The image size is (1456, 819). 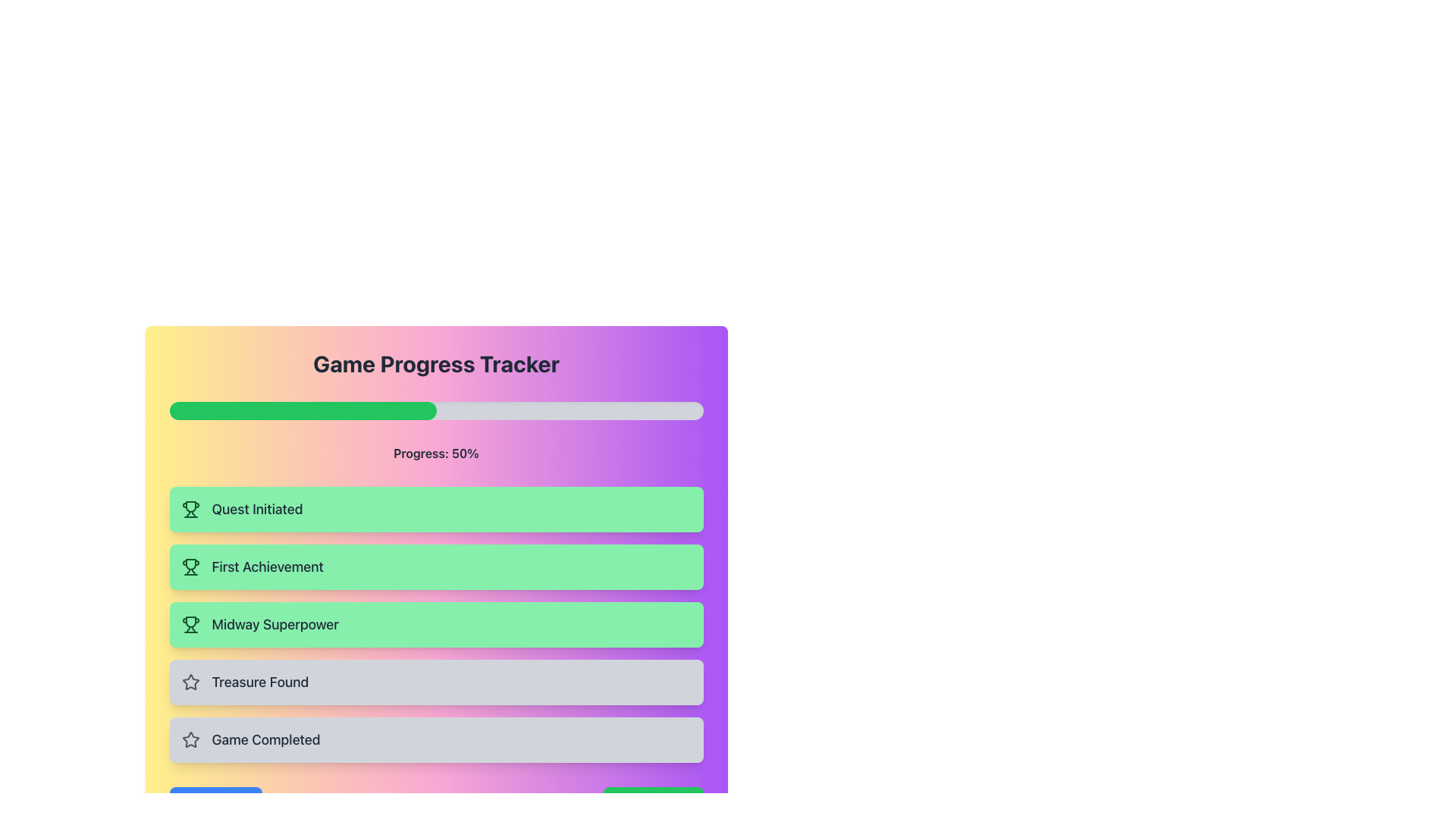 I want to click on the greenish trophy base icon of the 'Quest Initiated' achievement, so click(x=190, y=507).